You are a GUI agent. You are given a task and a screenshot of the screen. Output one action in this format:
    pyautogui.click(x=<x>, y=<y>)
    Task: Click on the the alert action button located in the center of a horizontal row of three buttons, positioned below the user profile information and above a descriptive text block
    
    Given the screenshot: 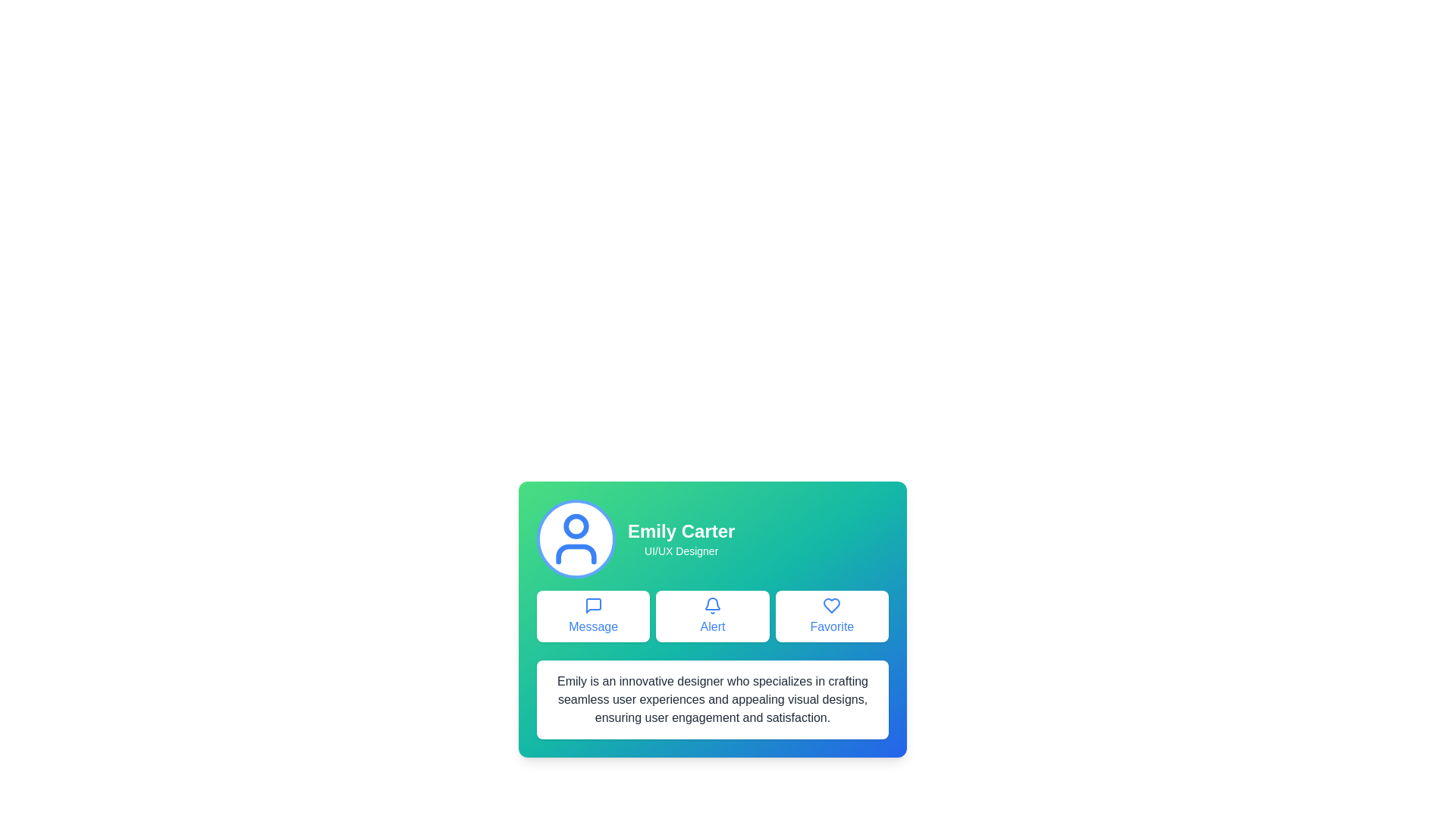 What is the action you would take?
    pyautogui.click(x=712, y=620)
    